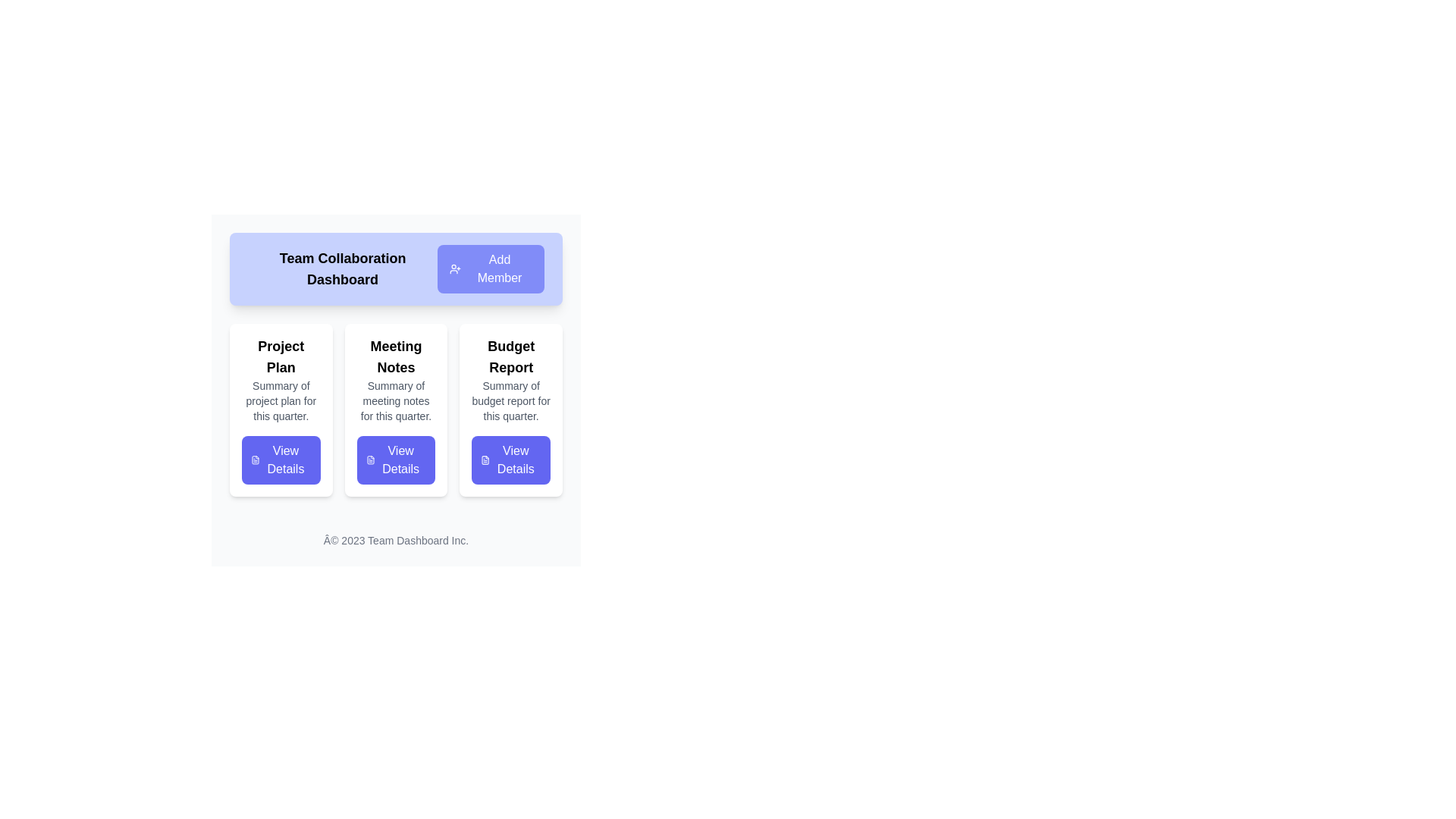 Image resolution: width=1456 pixels, height=819 pixels. I want to click on the call-to-action button located at the bottom of the 'Budget Report' card, so click(511, 459).